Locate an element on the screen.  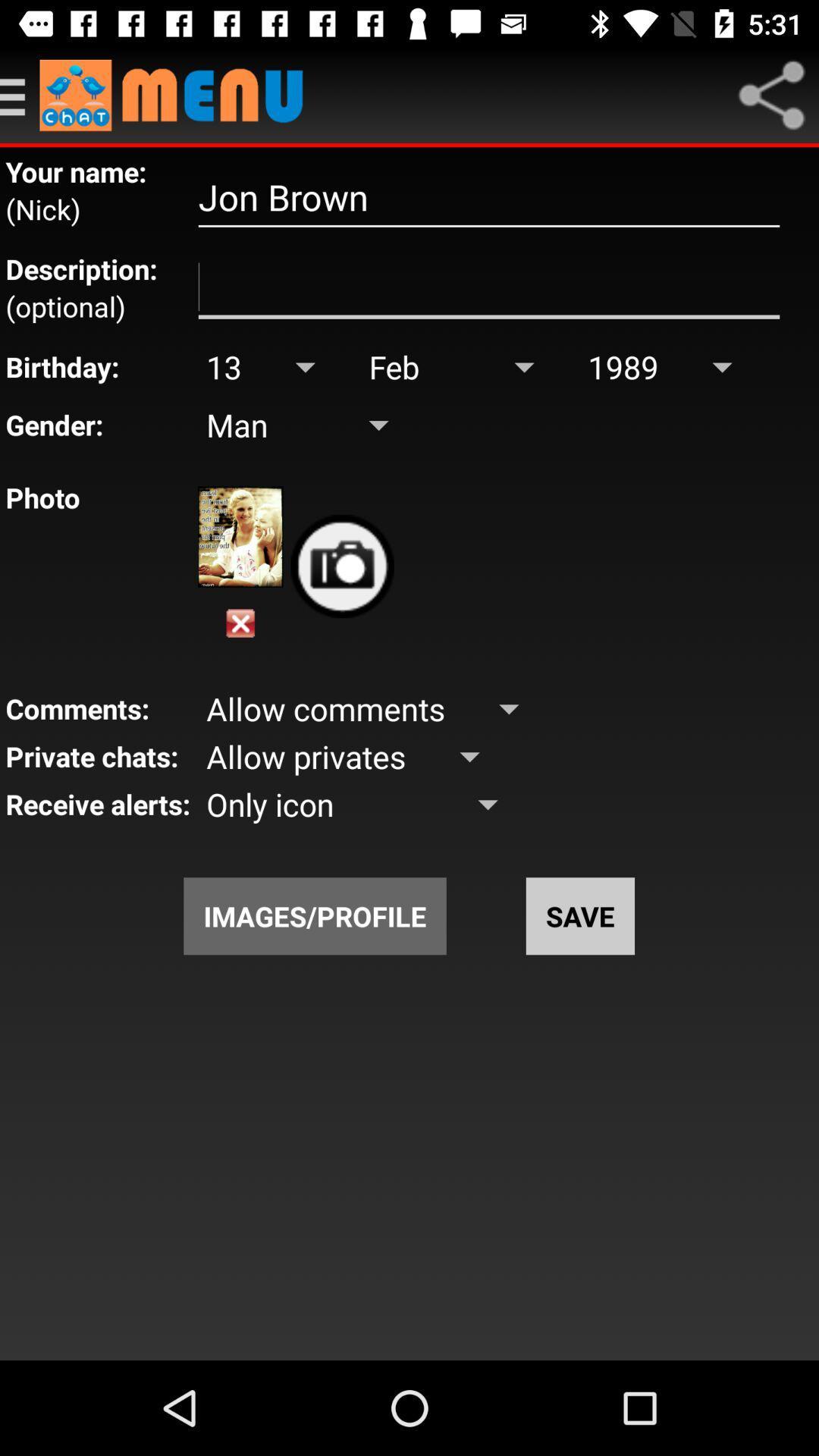
menu is located at coordinates (178, 94).